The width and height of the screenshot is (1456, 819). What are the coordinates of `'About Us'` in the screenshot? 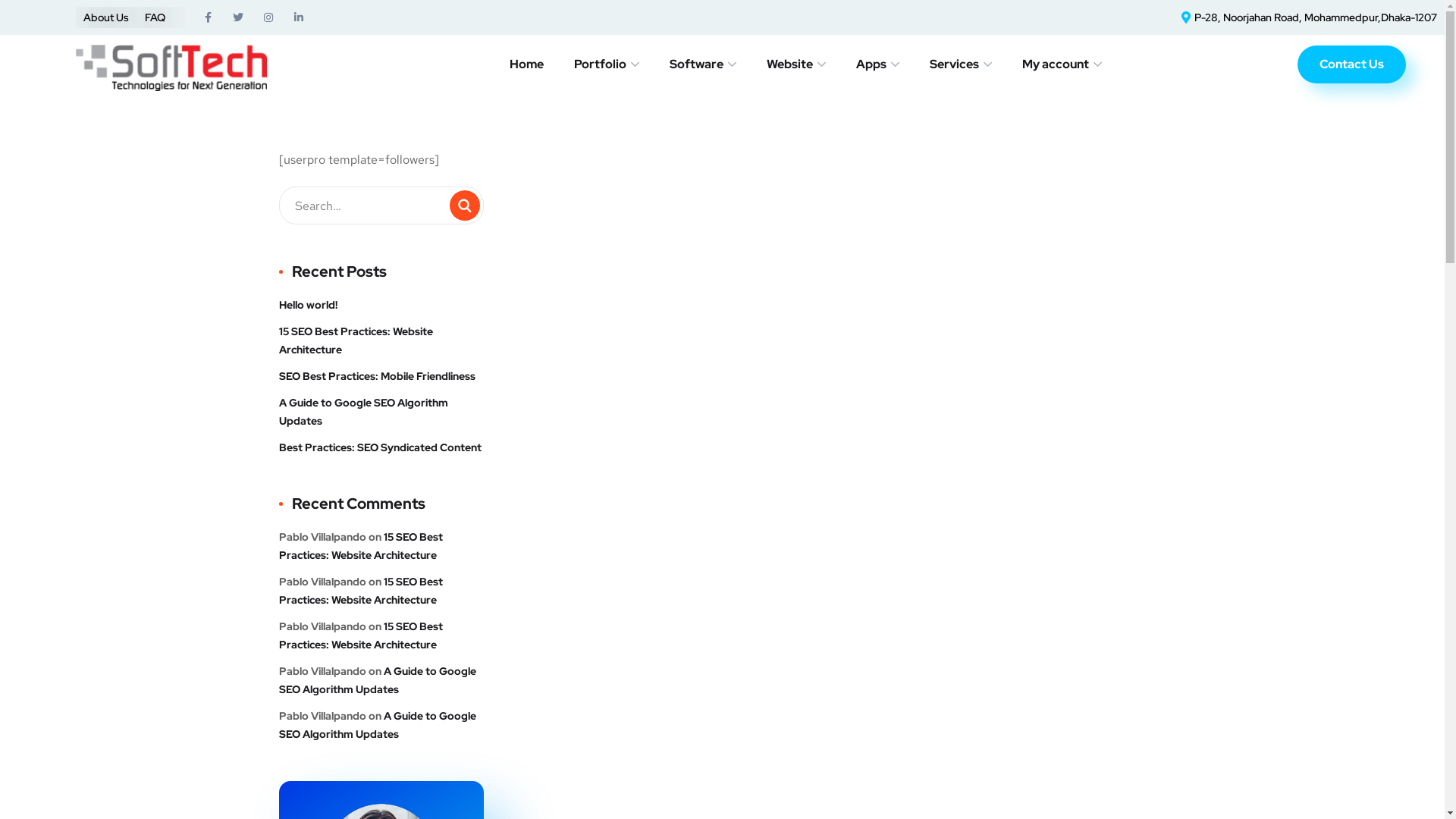 It's located at (83, 17).